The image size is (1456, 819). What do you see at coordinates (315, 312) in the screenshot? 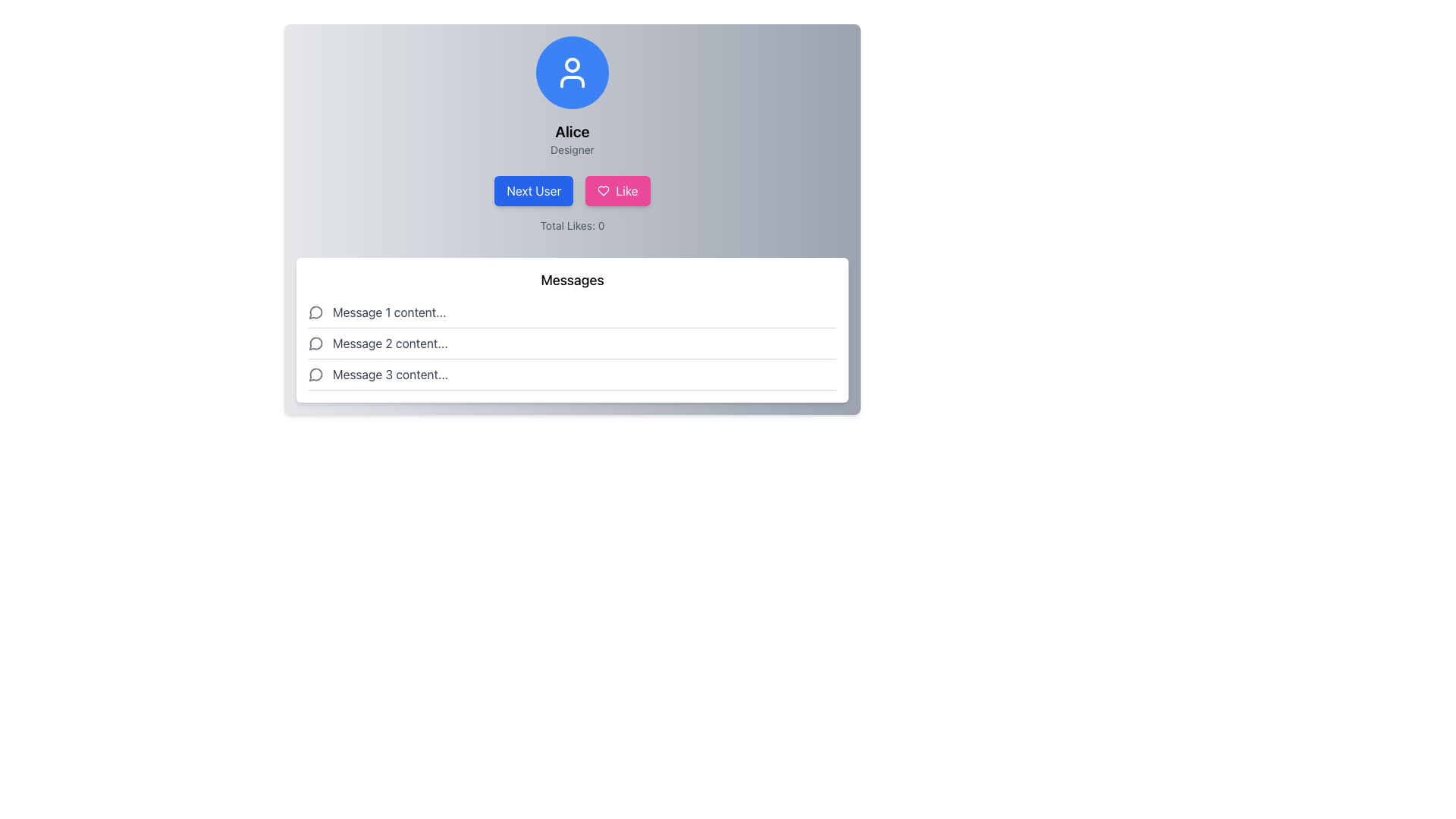
I see `the circular speech bubble icon located at the beginning of the row containing 'Message 1 content...' in the Messages section` at bounding box center [315, 312].